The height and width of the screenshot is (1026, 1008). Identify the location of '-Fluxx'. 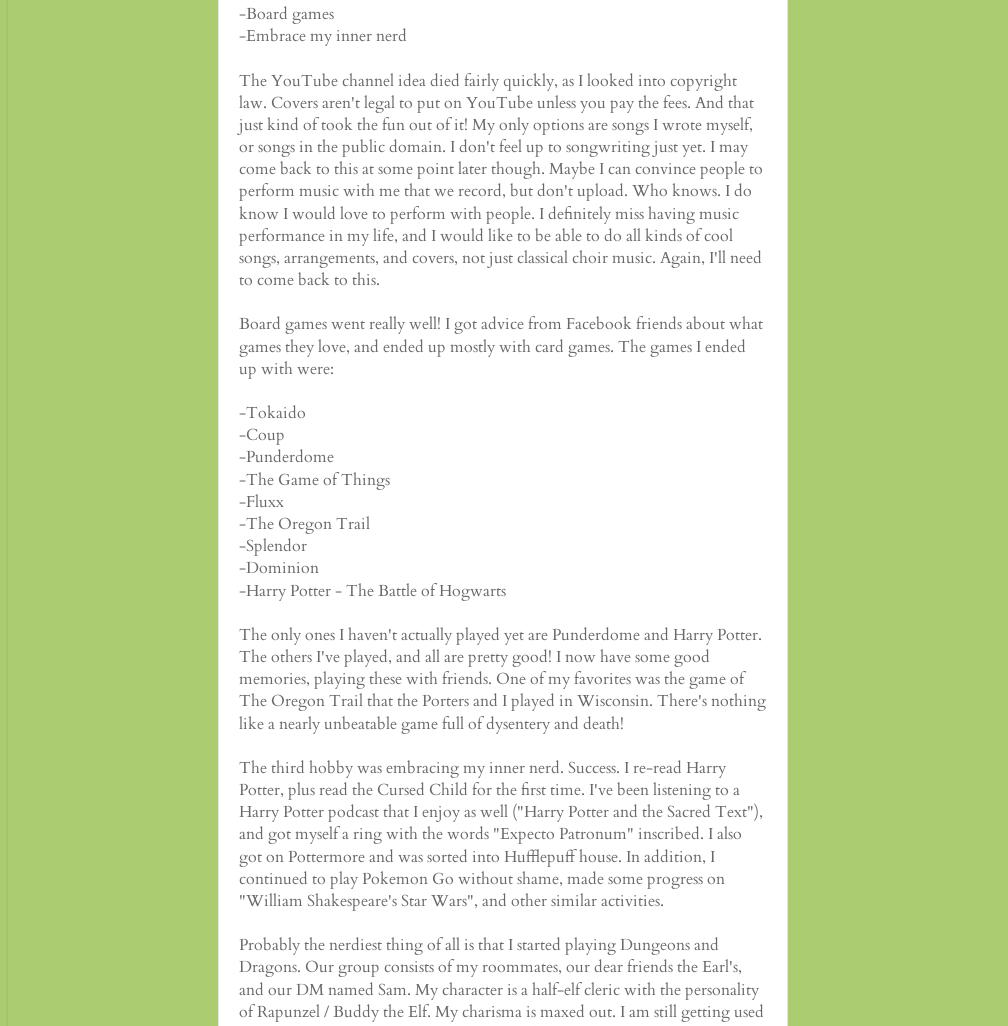
(261, 499).